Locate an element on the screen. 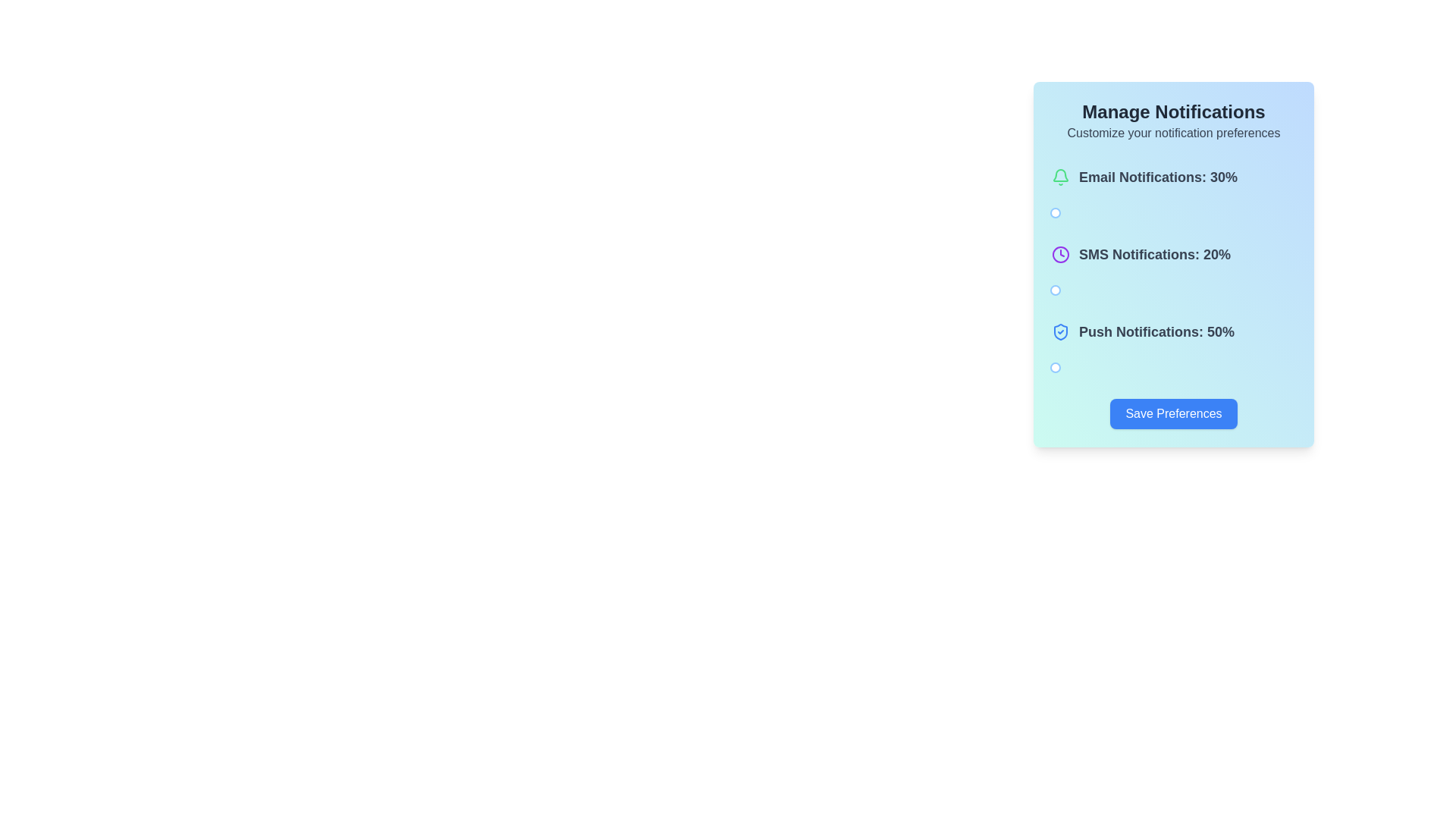 This screenshot has height=819, width=1456. the text label that reads 'Email Notifications: 30%', which is the first item in the notification settings list, styled in dark gray and positioned to the right of a bell icon is located at coordinates (1157, 177).